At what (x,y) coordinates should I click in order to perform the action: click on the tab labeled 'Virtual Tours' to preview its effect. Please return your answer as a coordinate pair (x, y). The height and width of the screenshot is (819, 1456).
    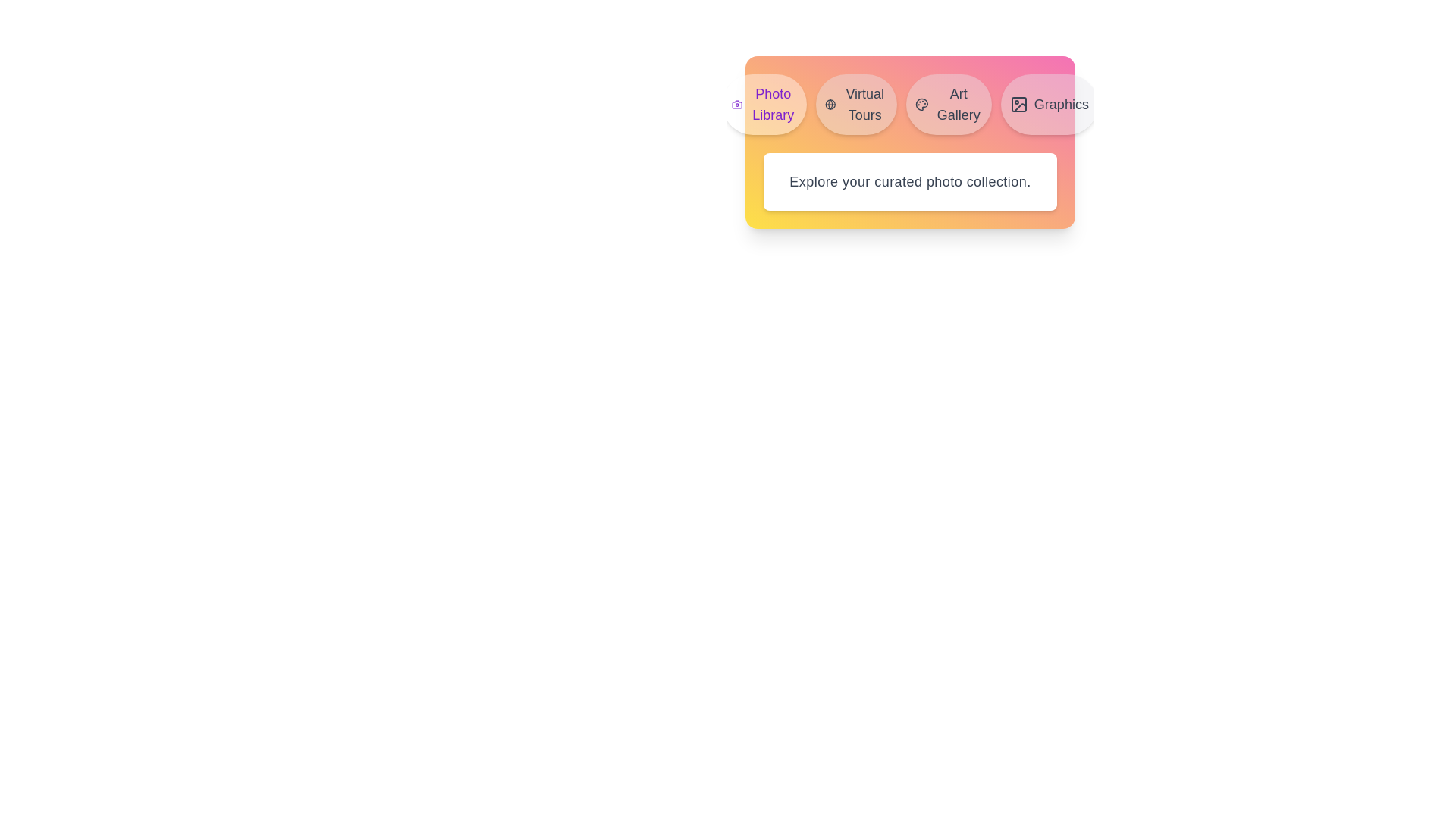
    Looking at the image, I should click on (856, 104).